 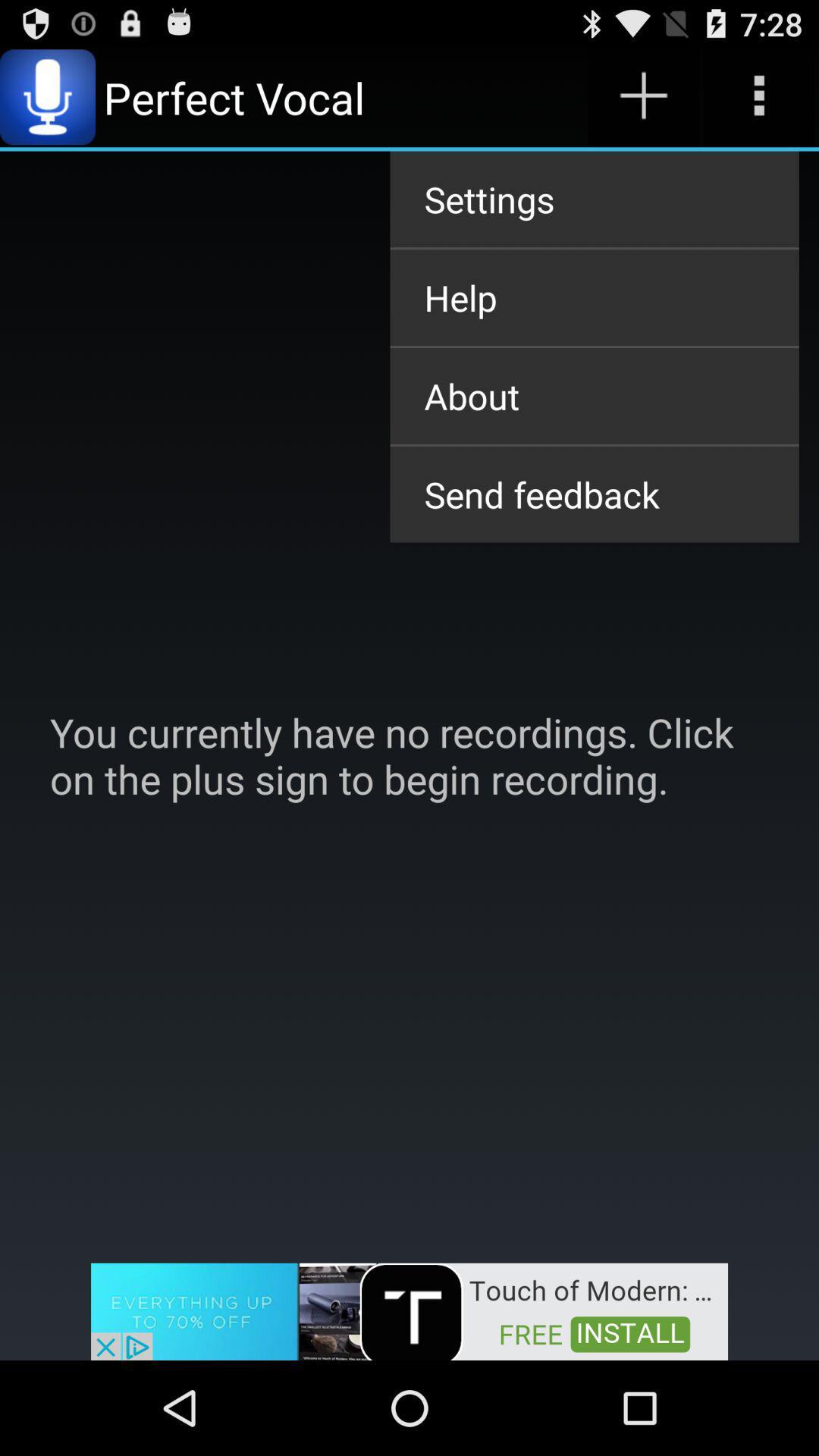 I want to click on advertisement, so click(x=409, y=1310).